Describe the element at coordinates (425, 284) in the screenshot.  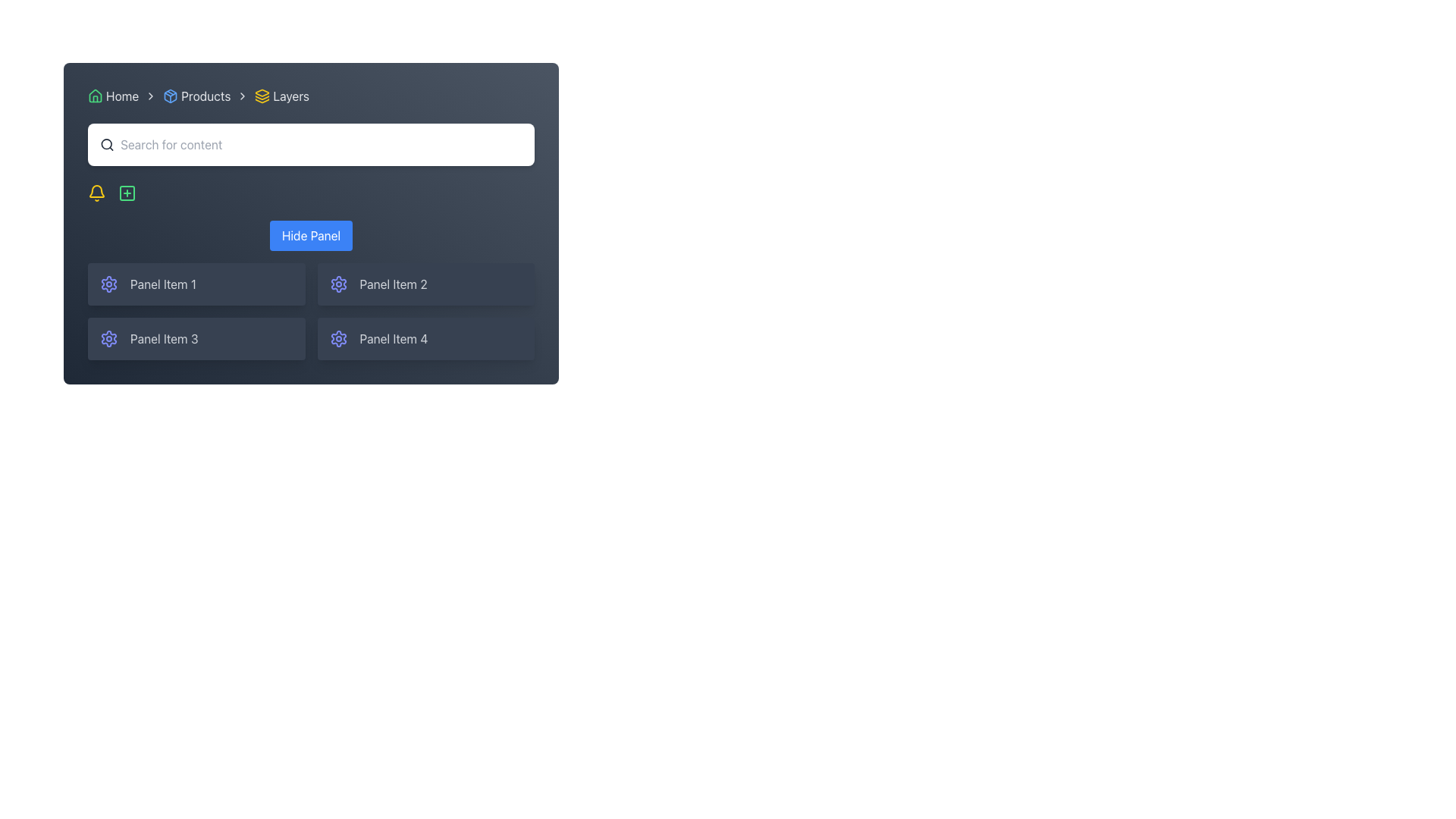
I see `the second item in the grid panel located in the top-right corner` at that location.